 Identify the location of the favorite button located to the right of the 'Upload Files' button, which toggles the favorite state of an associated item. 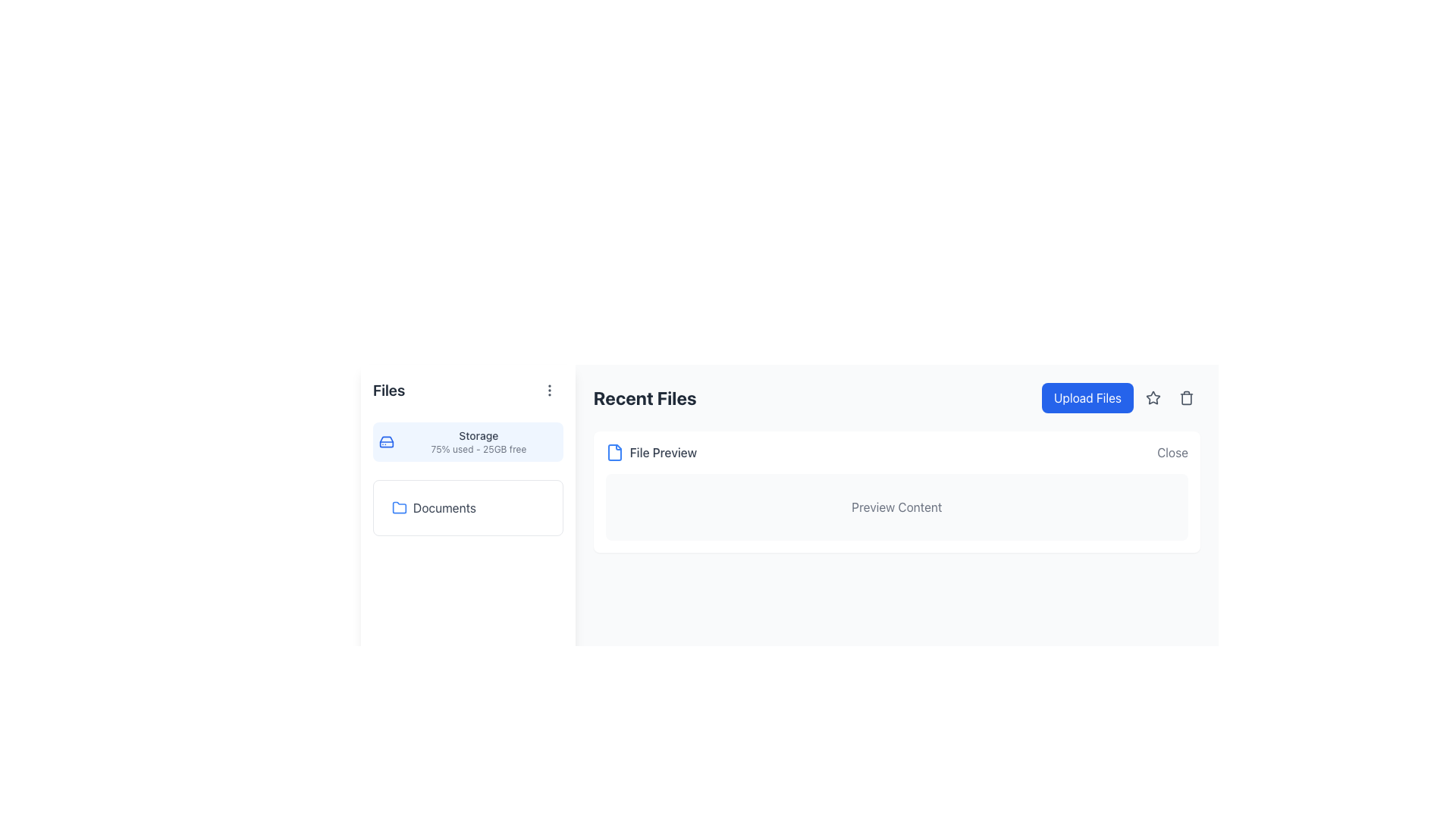
(1153, 397).